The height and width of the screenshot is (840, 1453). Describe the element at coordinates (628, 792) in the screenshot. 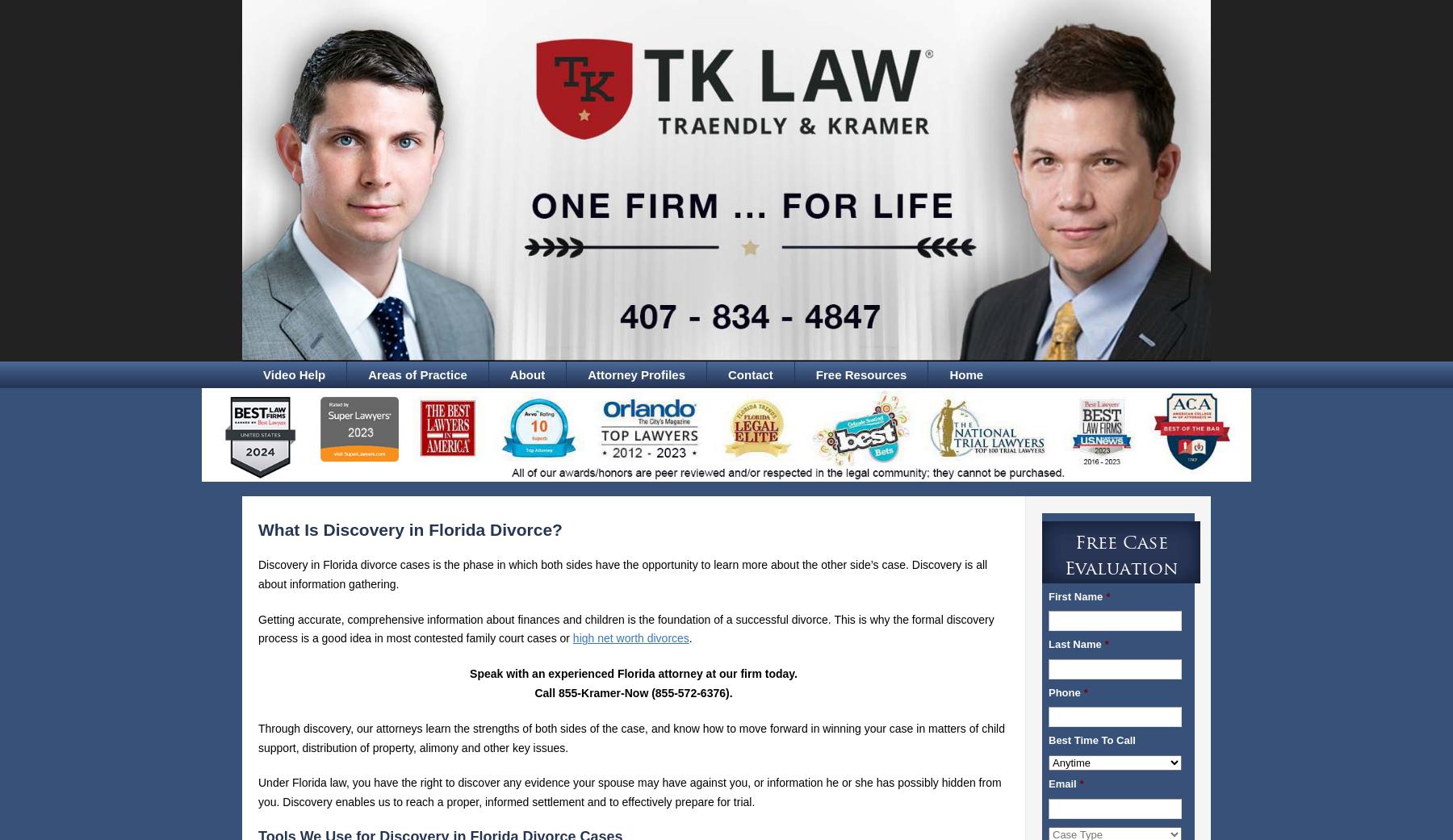

I see `'Under Florida law, you have the right to discover any evidence your spouse may have against you, or information he or she has possibly hidden from you. Discovery enables us to reach a proper, informed settlement and to effectively prepare for trial.'` at that location.